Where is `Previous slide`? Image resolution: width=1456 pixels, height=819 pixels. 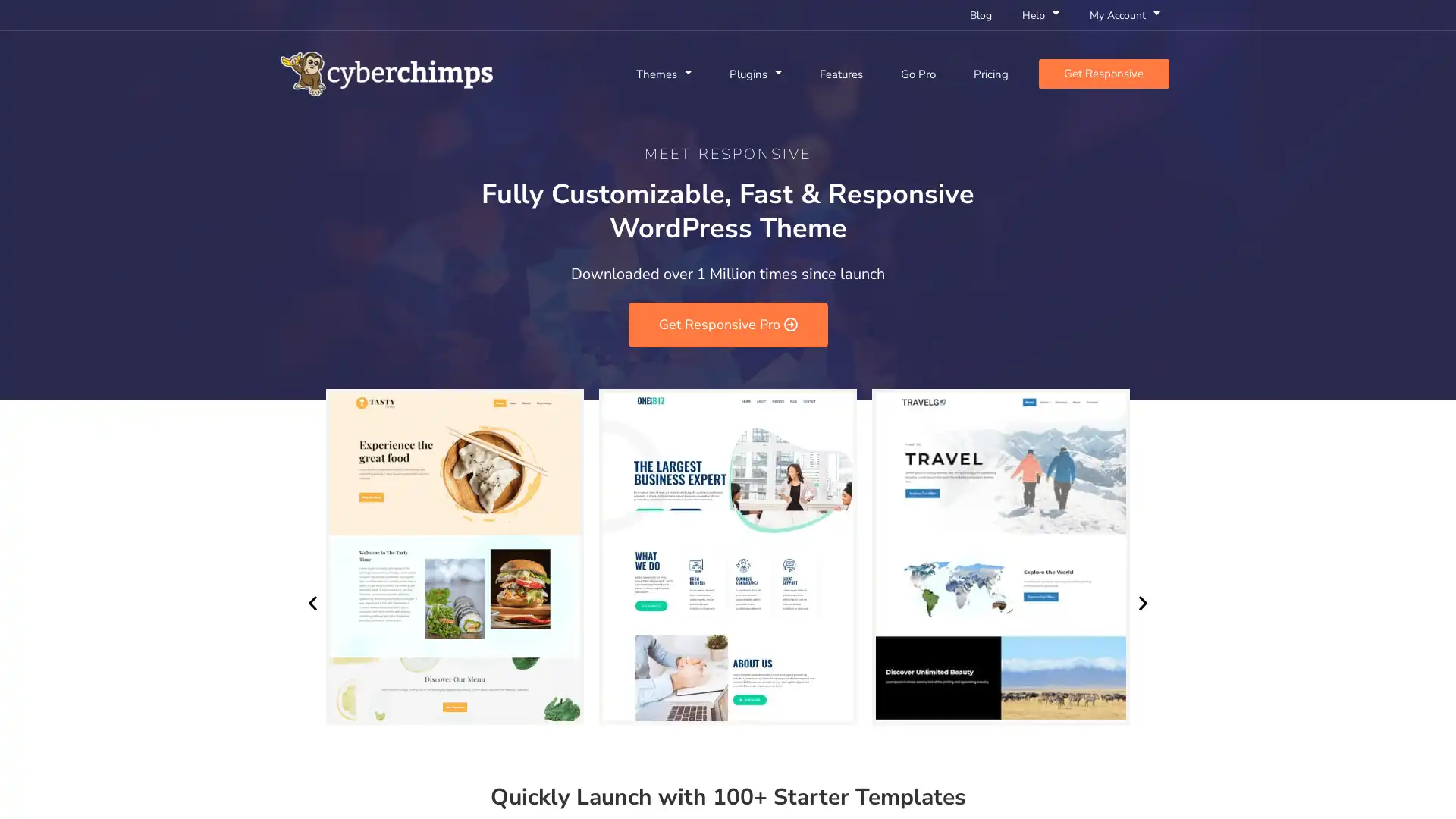 Previous slide is located at coordinates (312, 601).